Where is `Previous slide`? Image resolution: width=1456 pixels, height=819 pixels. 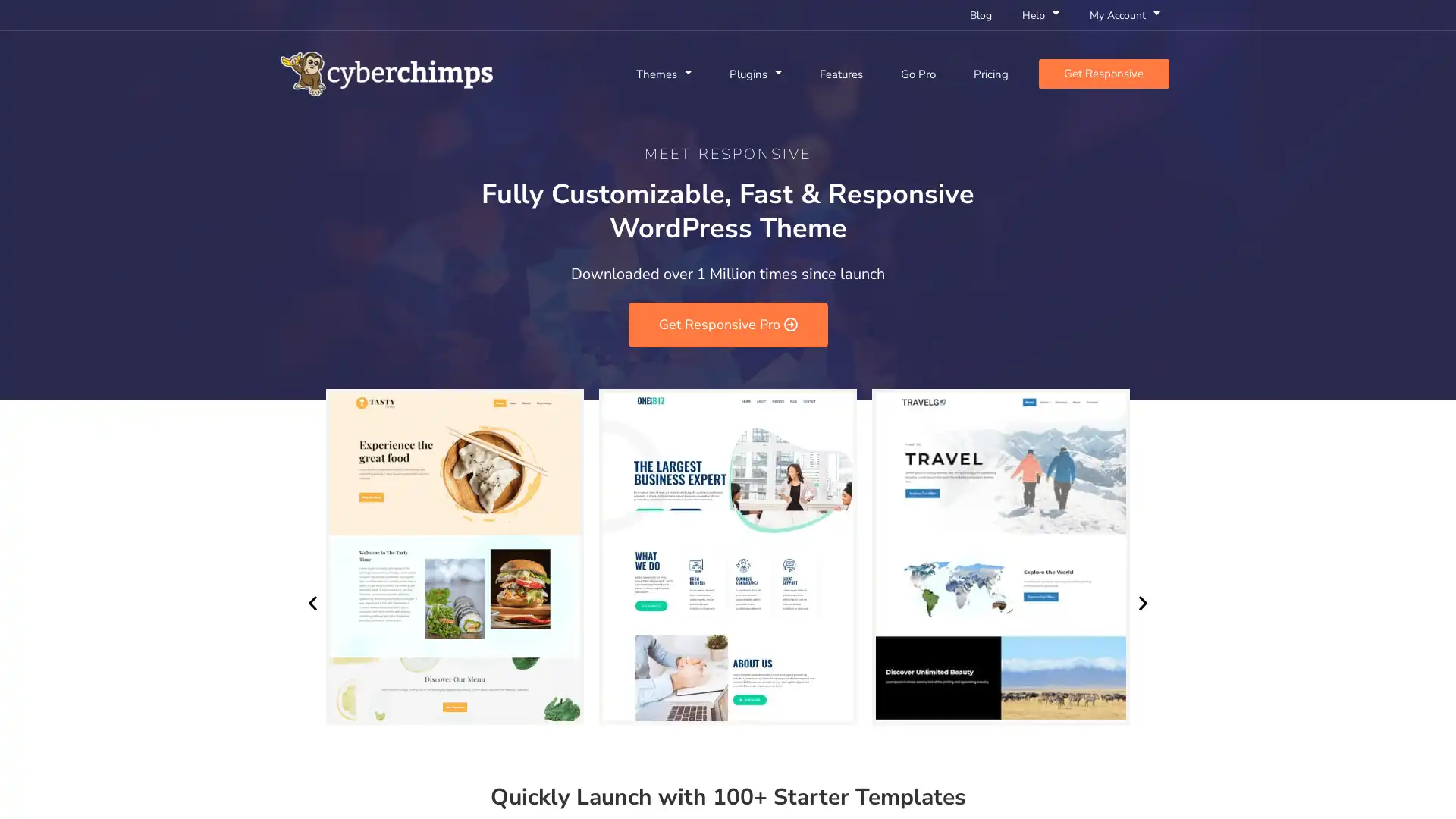 Previous slide is located at coordinates (312, 601).